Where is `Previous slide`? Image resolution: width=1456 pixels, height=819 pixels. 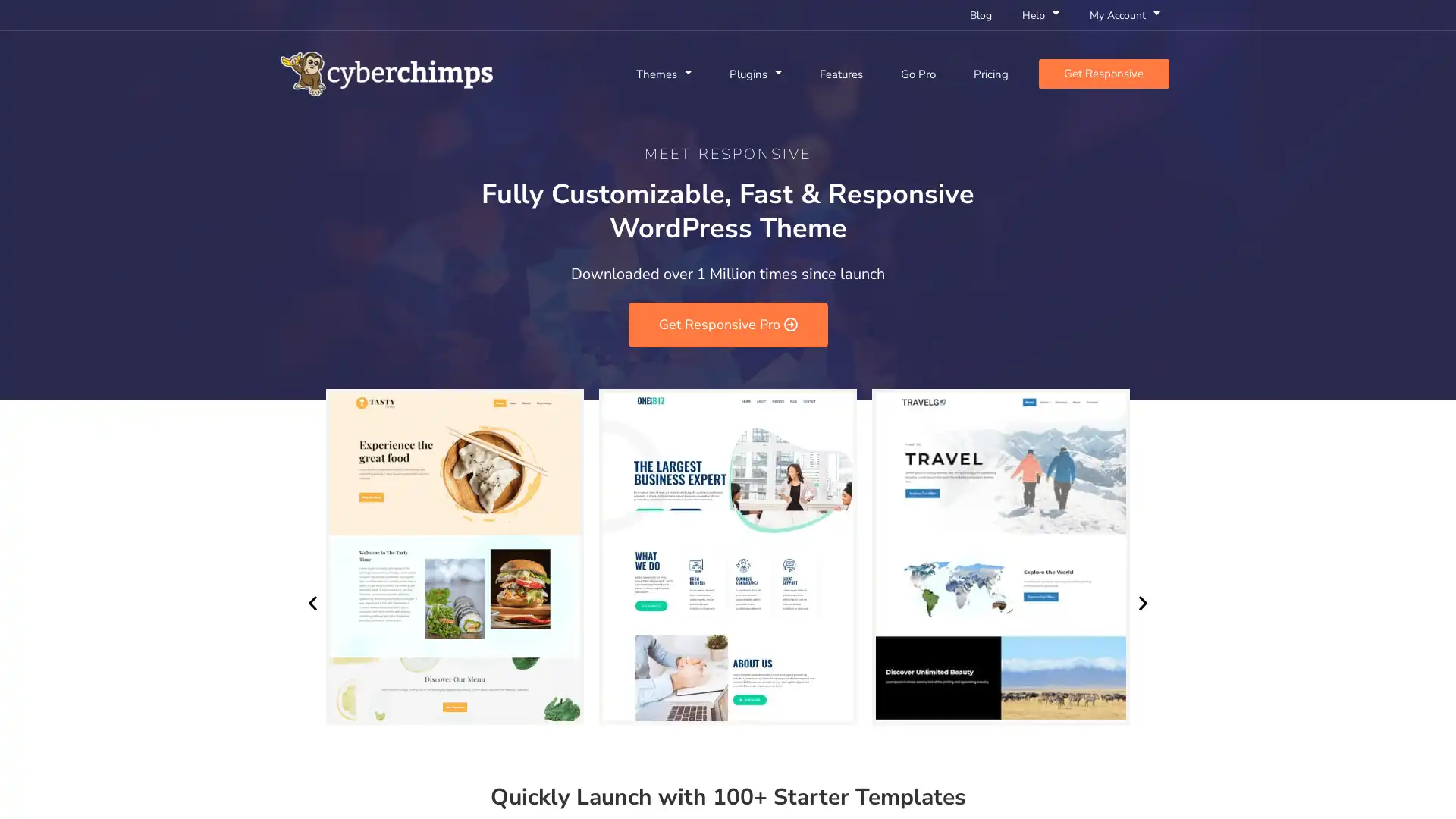 Previous slide is located at coordinates (312, 601).